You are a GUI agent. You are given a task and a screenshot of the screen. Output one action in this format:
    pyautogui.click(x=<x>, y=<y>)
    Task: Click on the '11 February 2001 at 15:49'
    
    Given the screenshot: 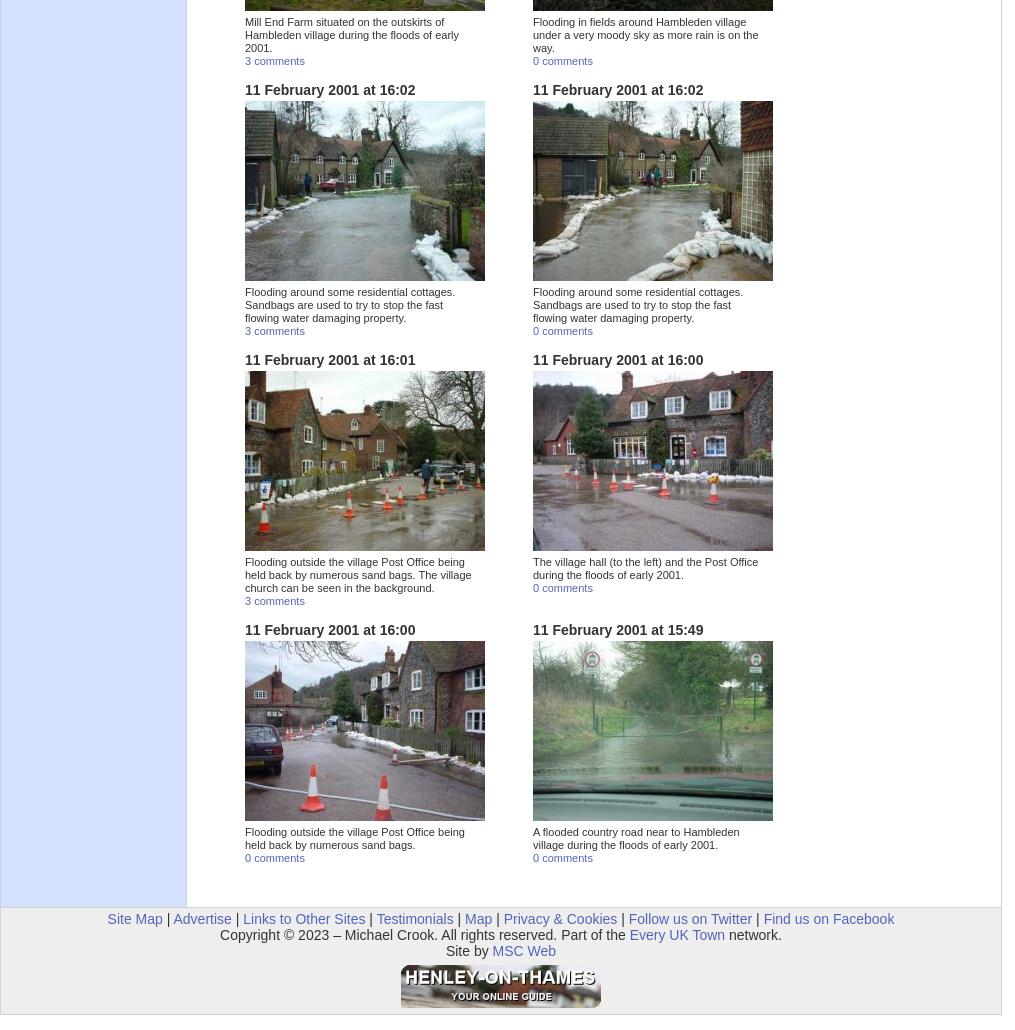 What is the action you would take?
    pyautogui.click(x=617, y=629)
    